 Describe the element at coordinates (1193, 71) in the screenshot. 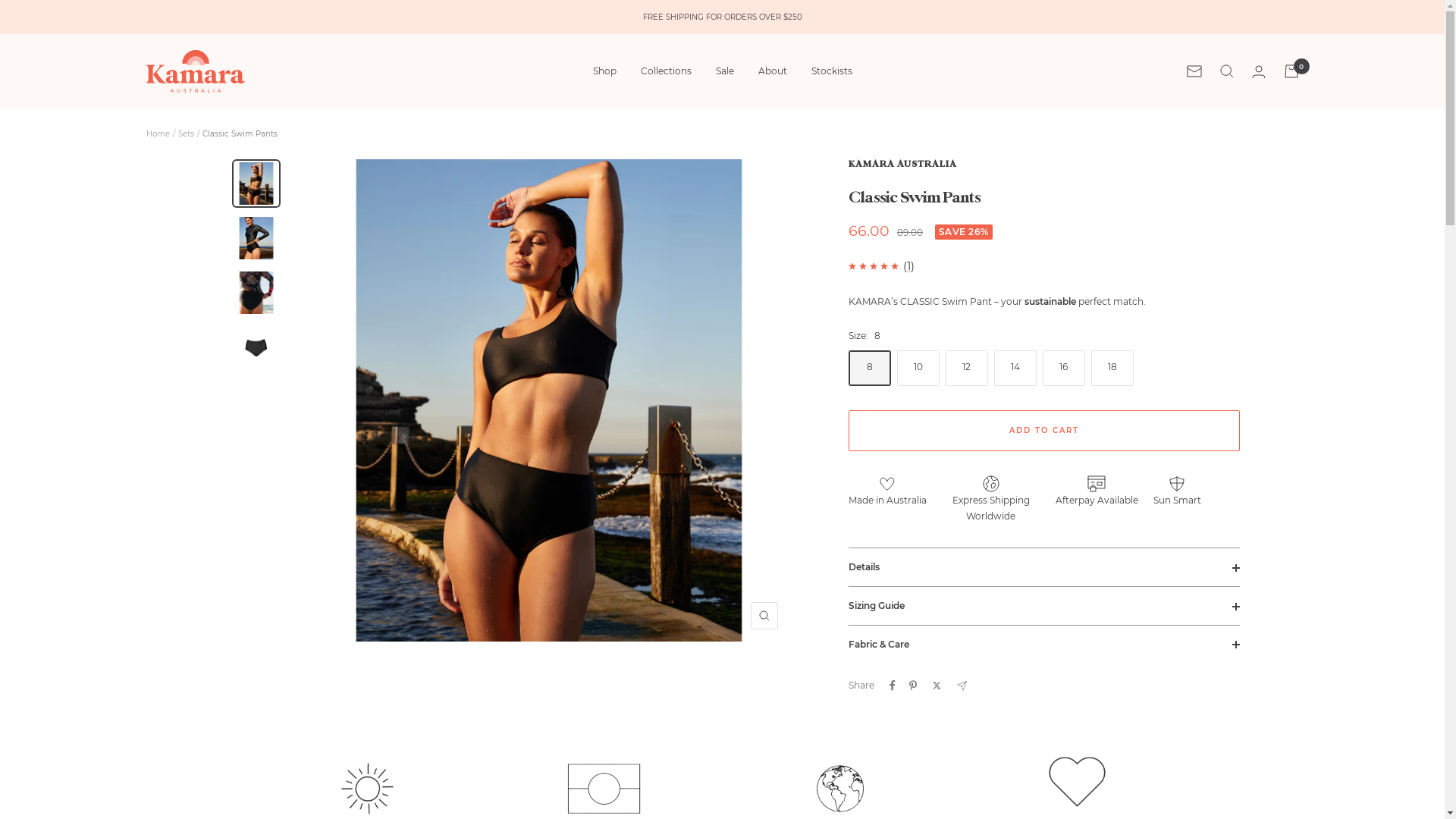

I see `'Newsletter'` at that location.